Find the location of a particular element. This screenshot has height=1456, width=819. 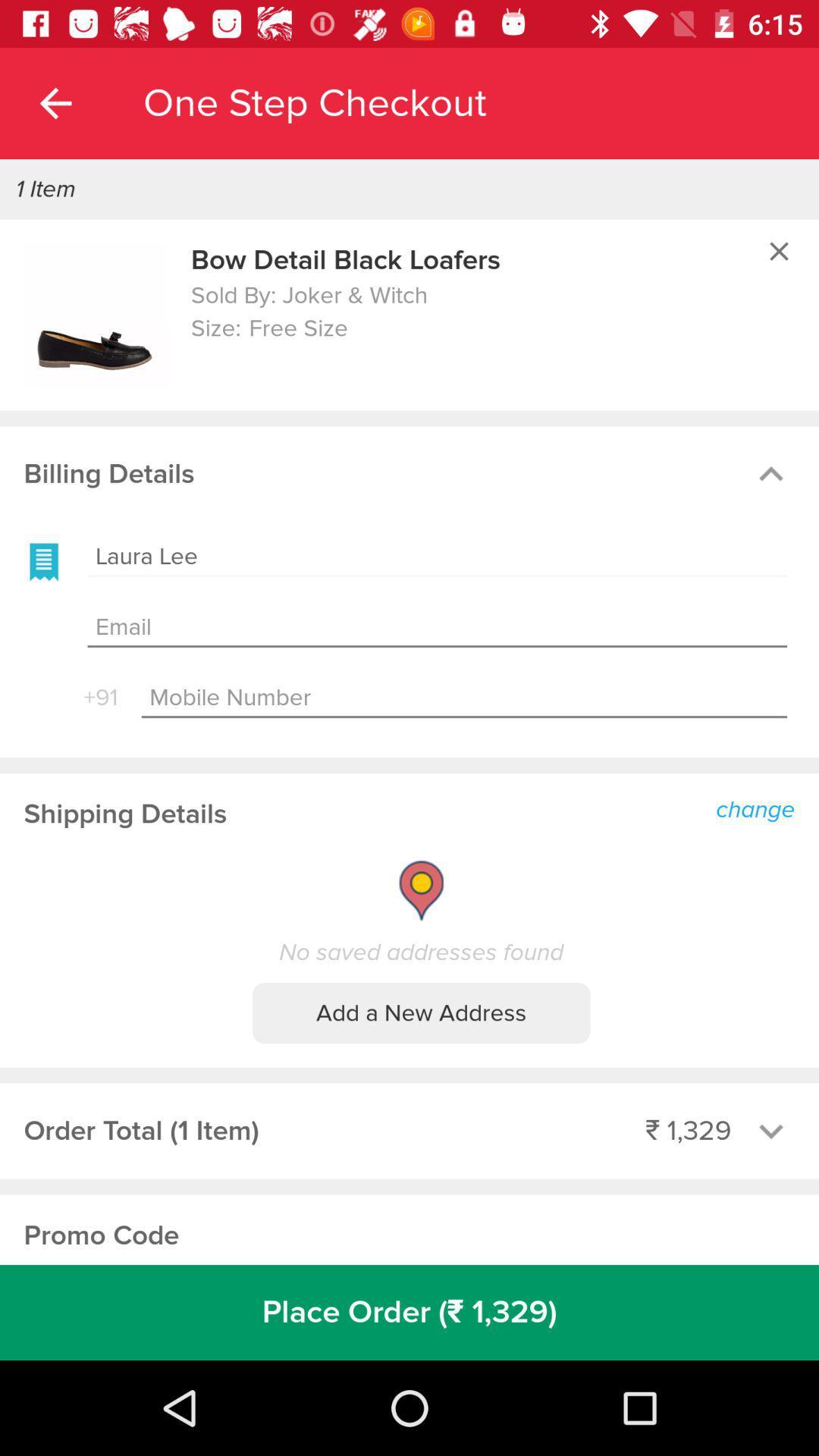

the add a new icon is located at coordinates (421, 1013).